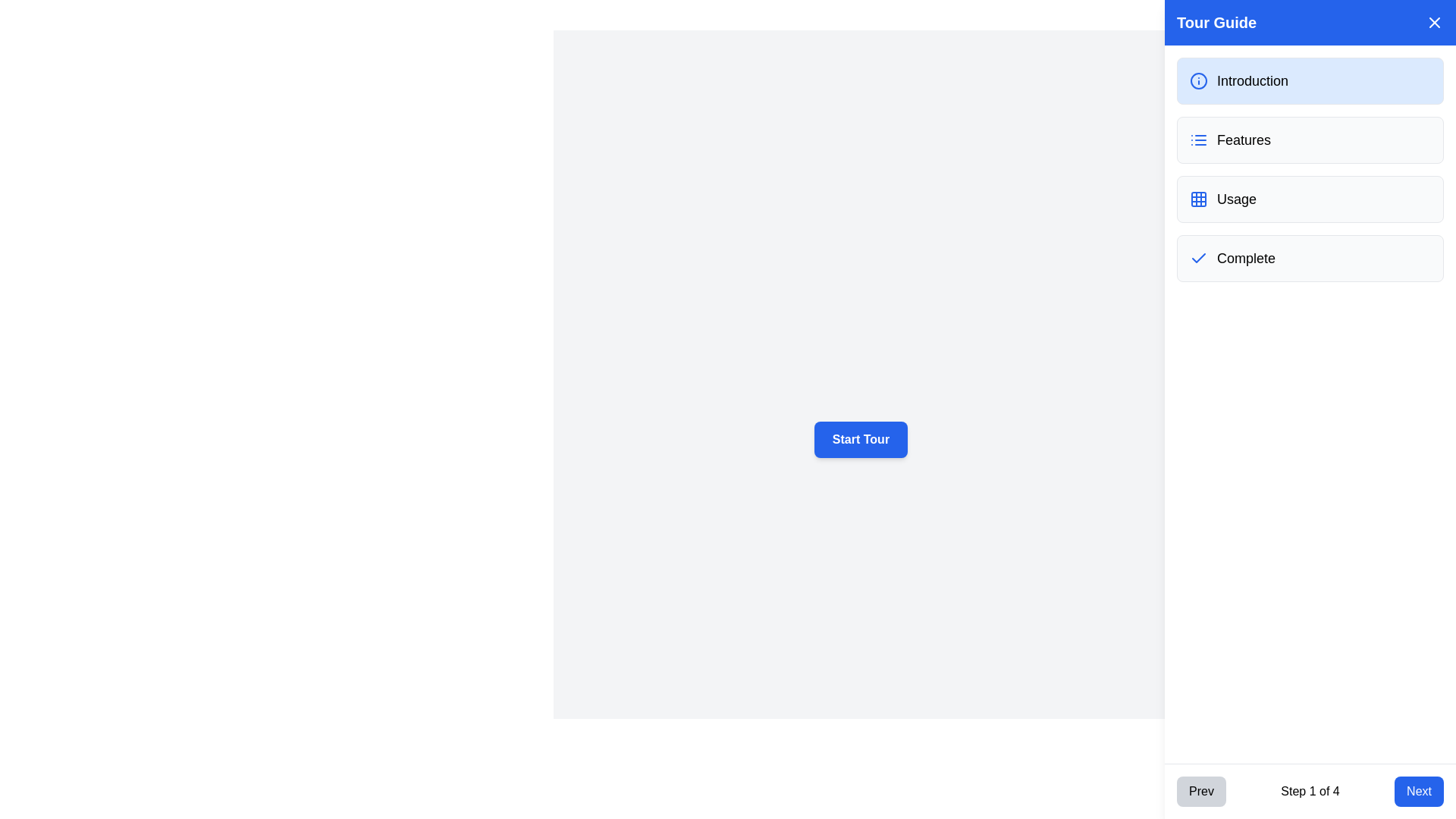 The width and height of the screenshot is (1456, 819). I want to click on the 'Features' button located in the sidebar labeled 'Tour Guide', which is the second item in the menu list, so click(1310, 140).